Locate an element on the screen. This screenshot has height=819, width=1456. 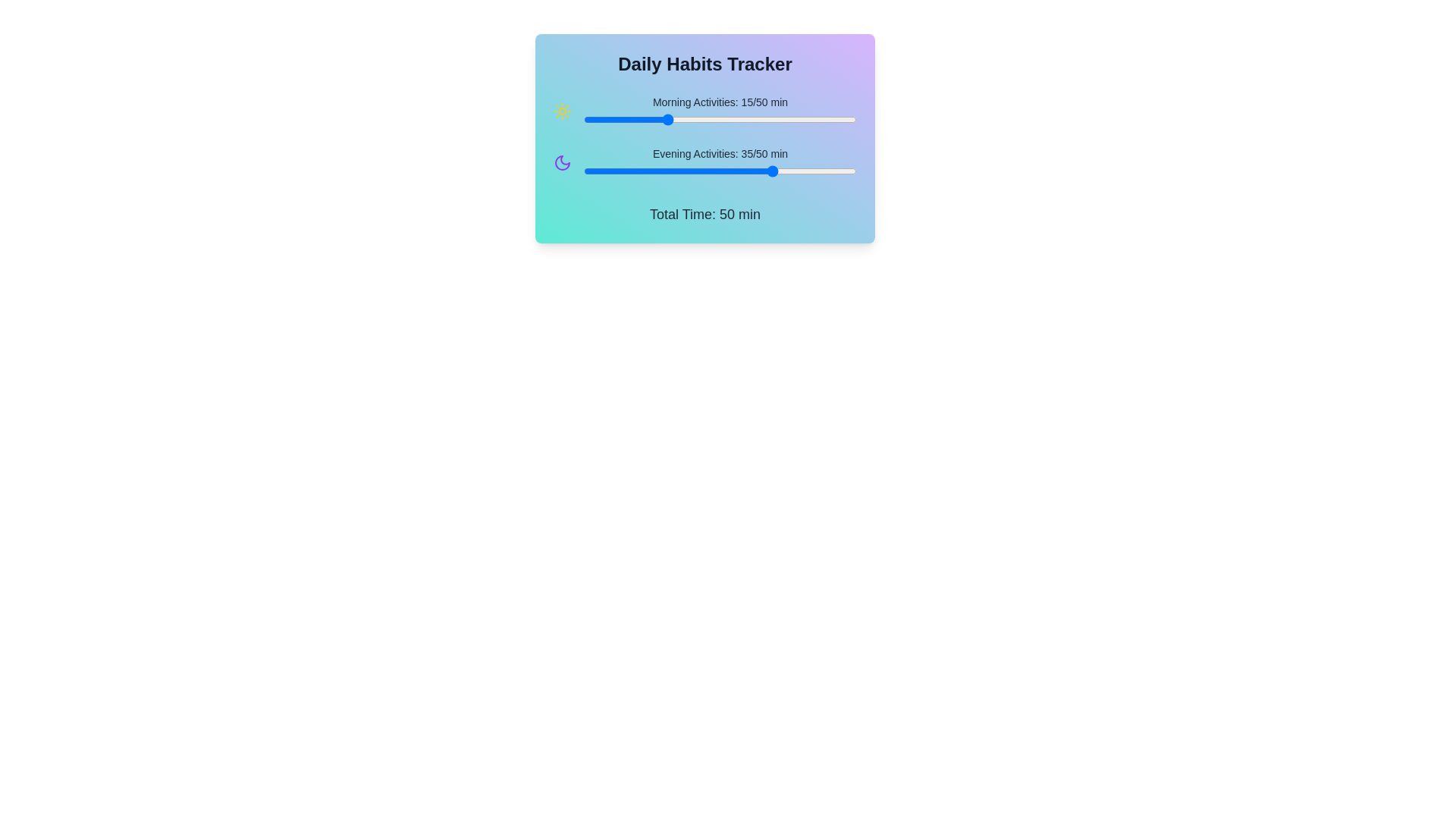
the progress bars labeled 'Morning Activities: 15/50 min' and 'Evening Activities: 35/50 min' if they are adjustable, located in the Daily Habits Tracker card is located at coordinates (704, 137).